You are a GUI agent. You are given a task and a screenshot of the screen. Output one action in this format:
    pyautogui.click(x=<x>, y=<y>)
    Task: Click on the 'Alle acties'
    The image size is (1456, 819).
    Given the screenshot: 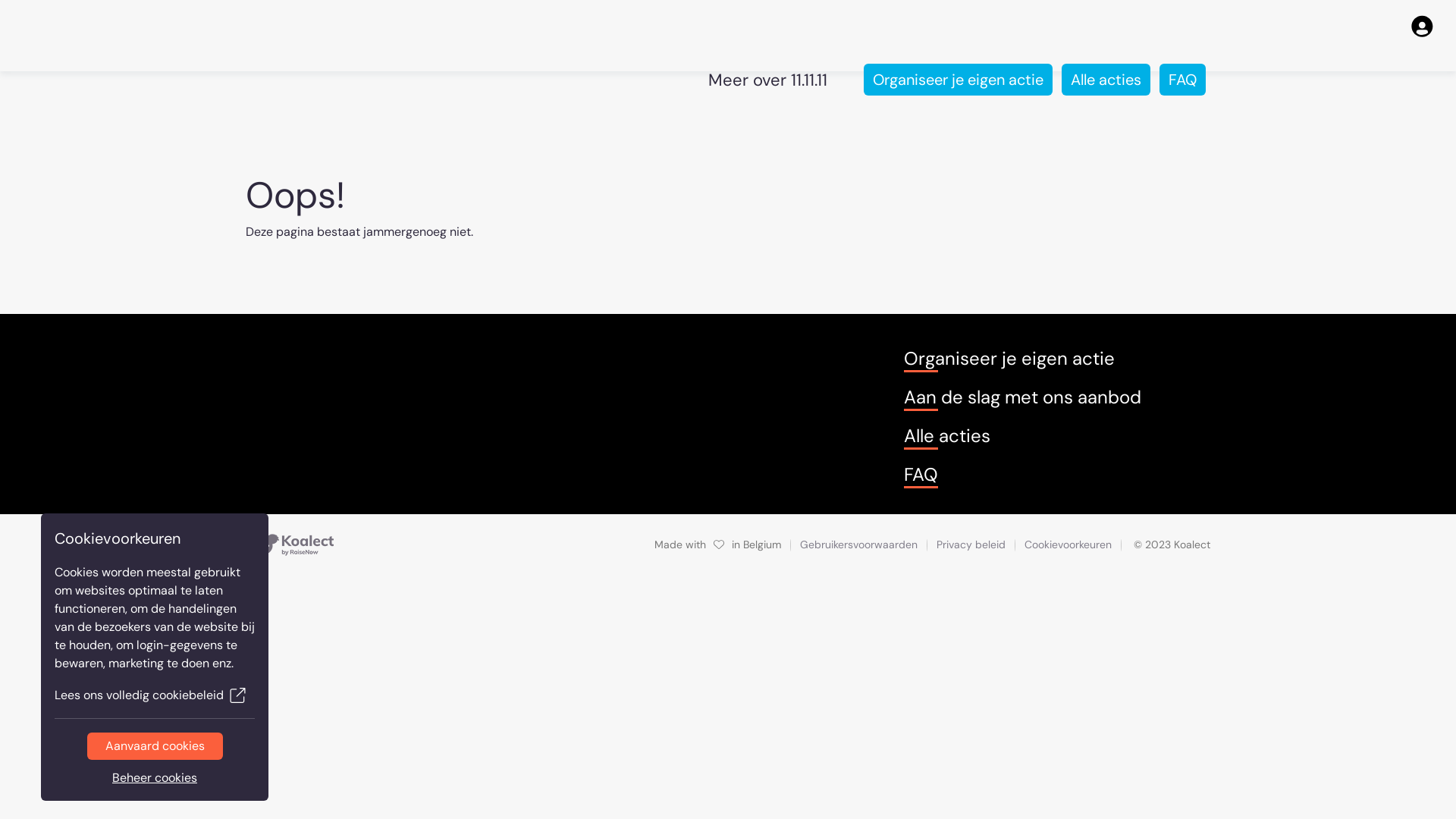 What is the action you would take?
    pyautogui.click(x=1106, y=79)
    